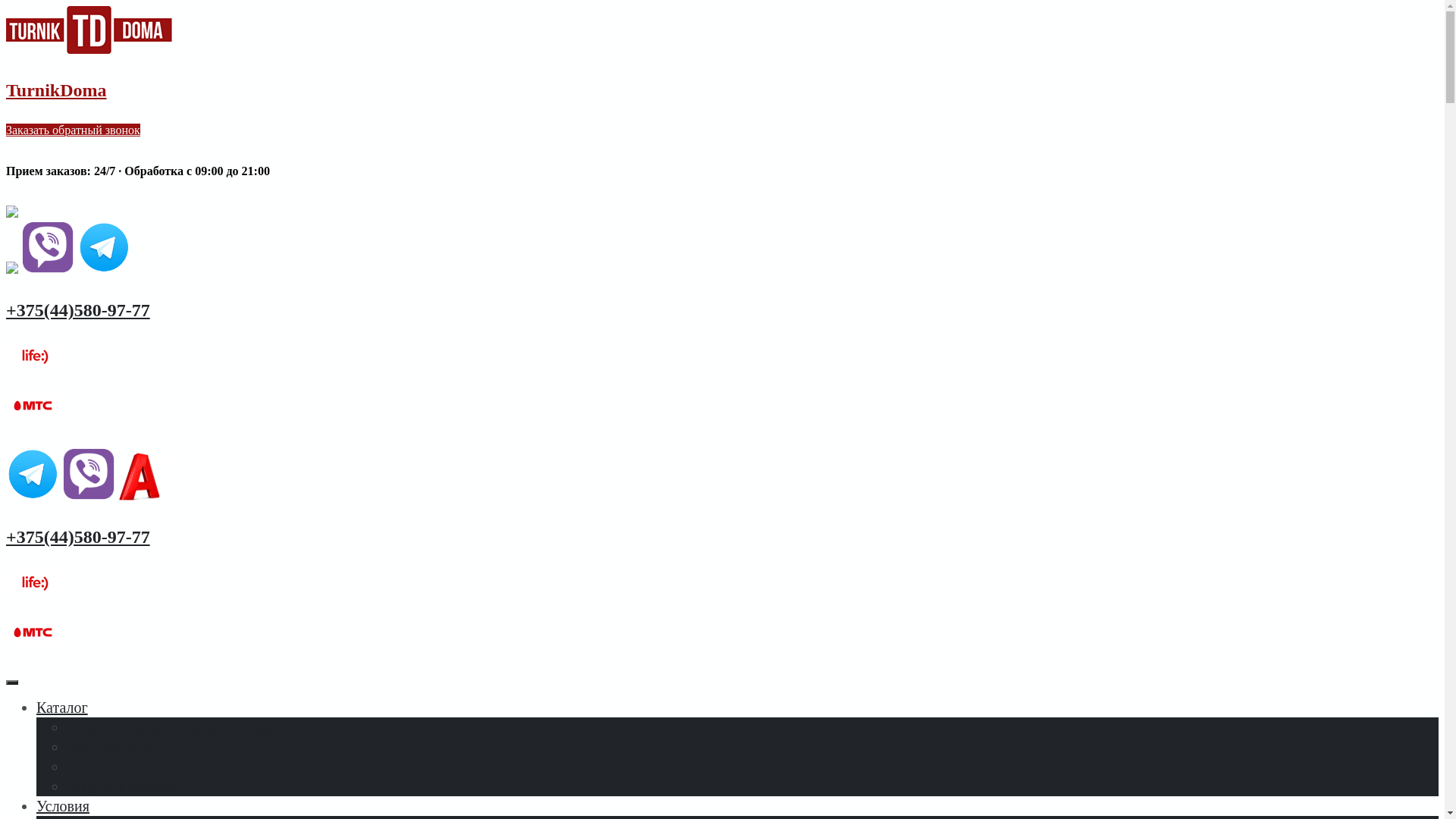 The width and height of the screenshot is (1456, 819). Describe the element at coordinates (6, 309) in the screenshot. I see `'+375(44)580-97-77'` at that location.